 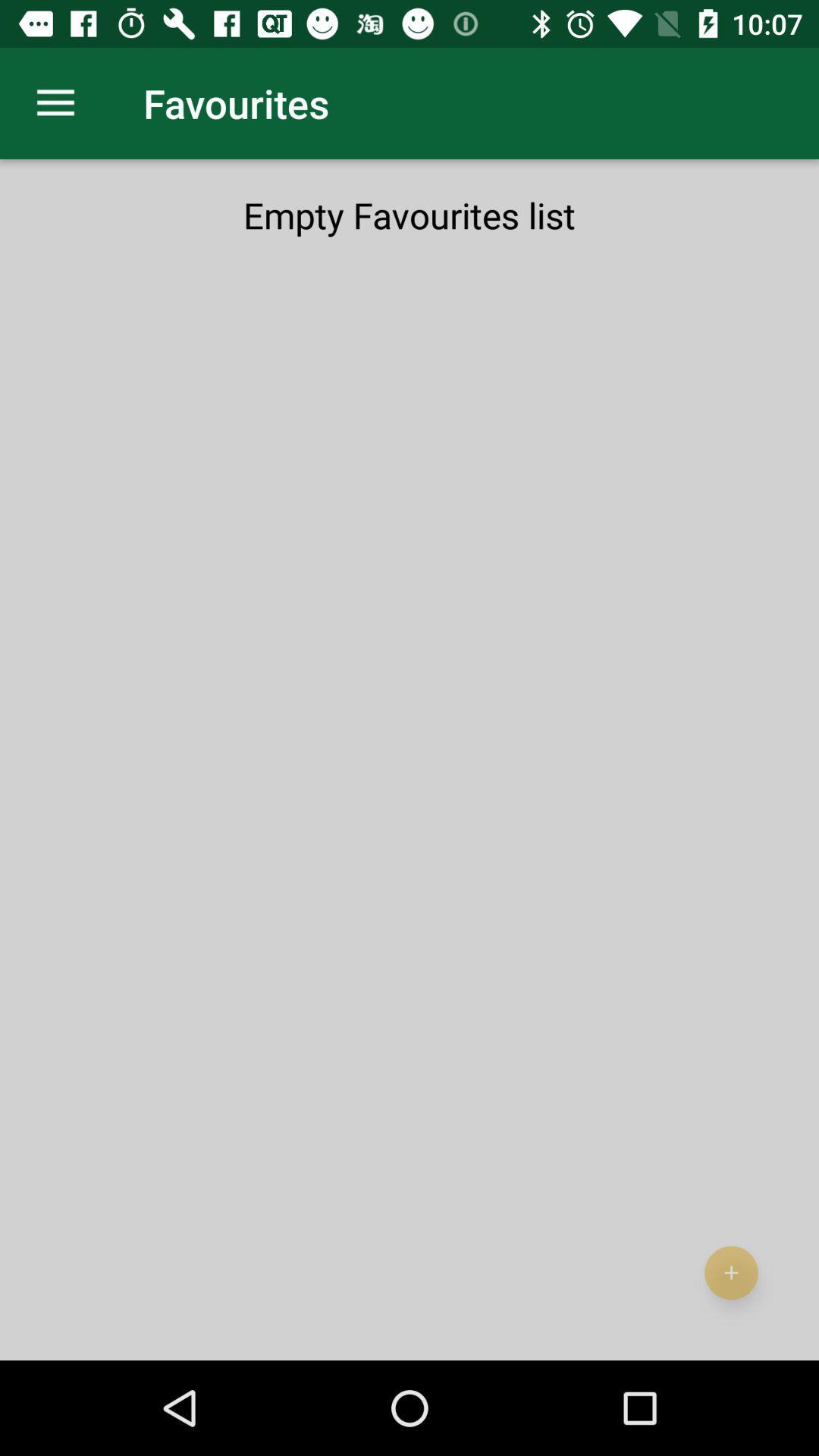 I want to click on empty favourites list, so click(x=409, y=214).